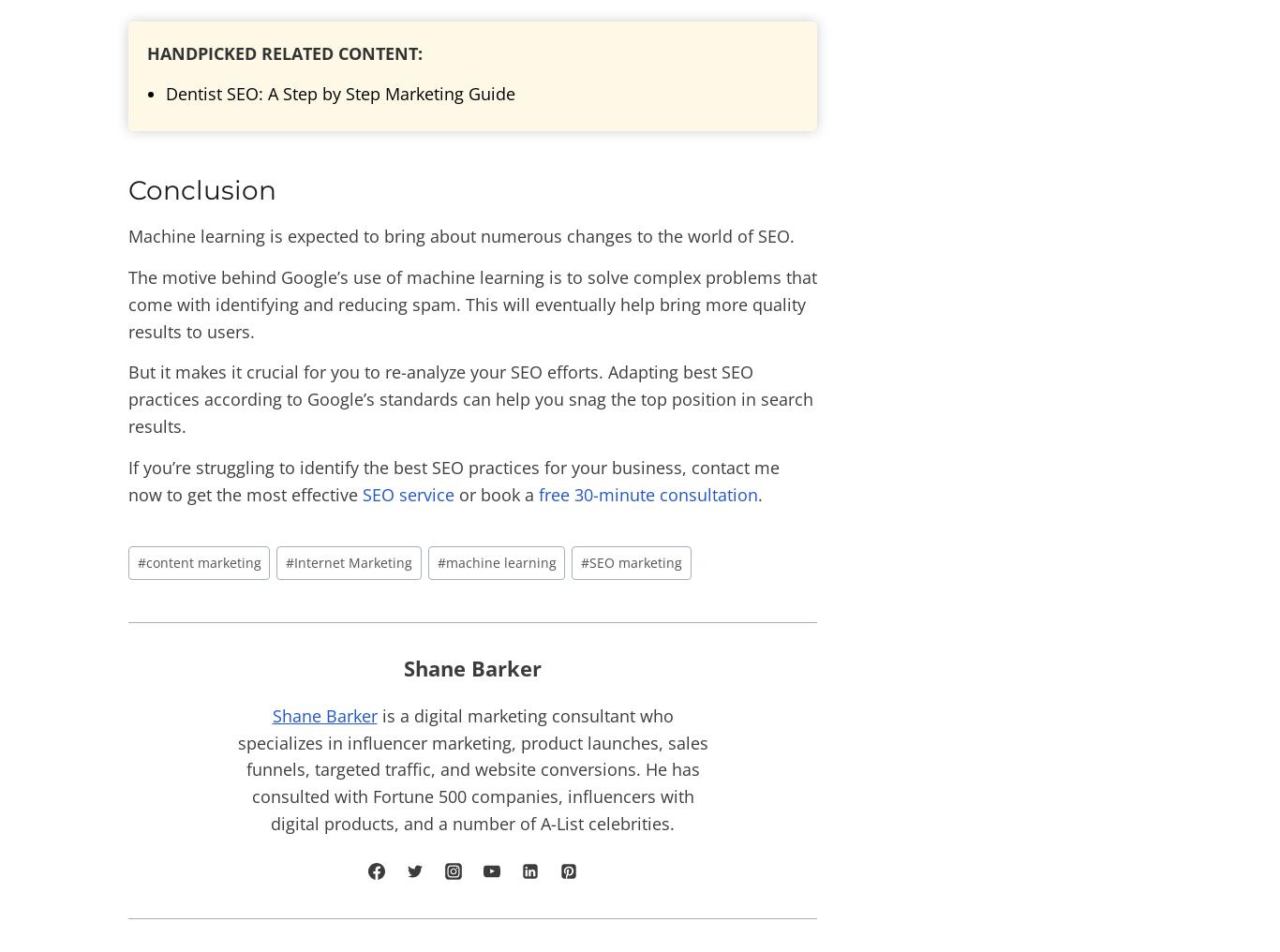 The image size is (1280, 952). I want to click on 'Dentist SEO: A Step by Step Marketing Guide', so click(339, 93).